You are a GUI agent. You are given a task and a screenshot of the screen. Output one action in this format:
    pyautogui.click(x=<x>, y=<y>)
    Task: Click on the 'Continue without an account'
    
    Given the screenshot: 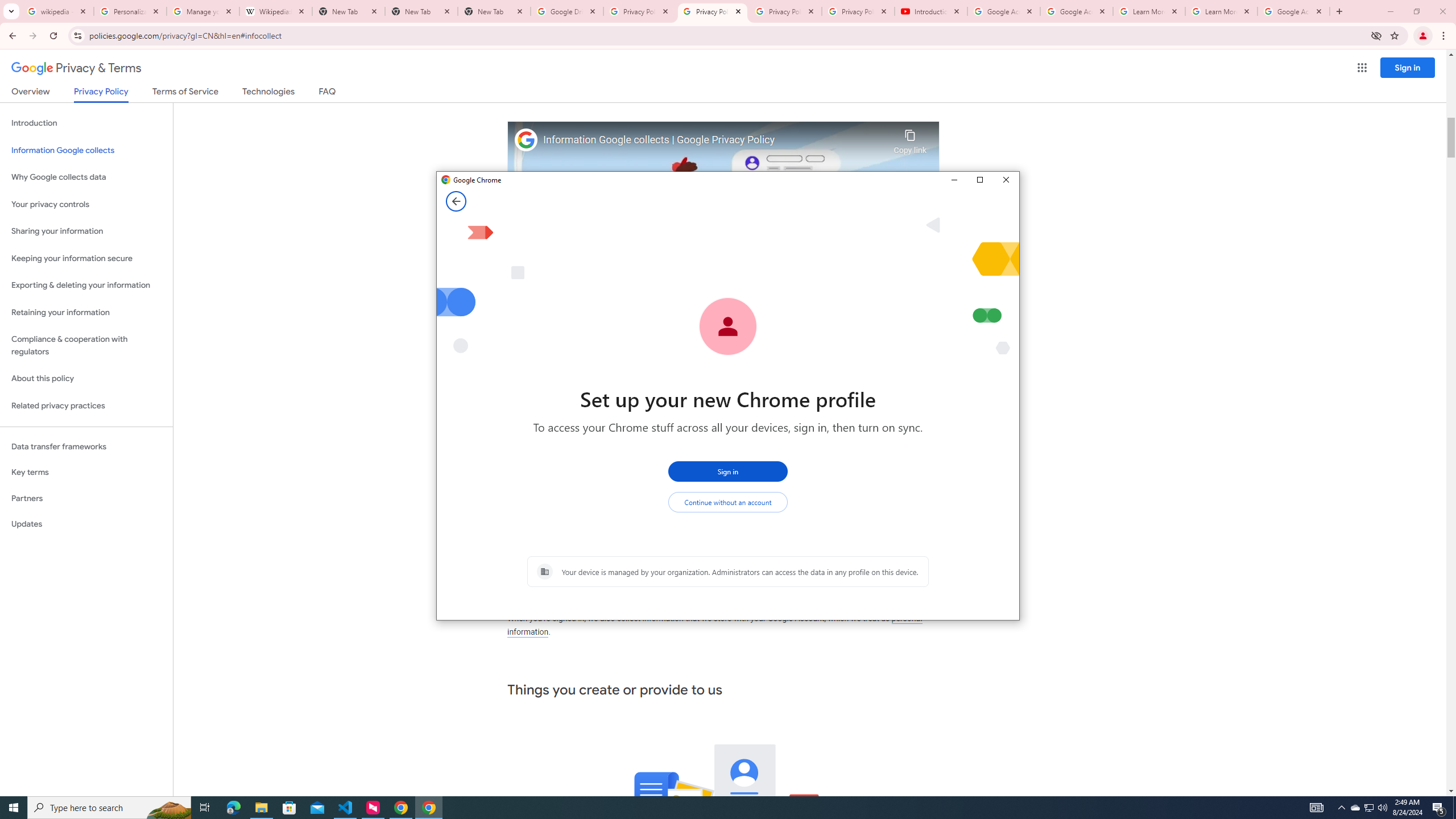 What is the action you would take?
    pyautogui.click(x=728, y=502)
    